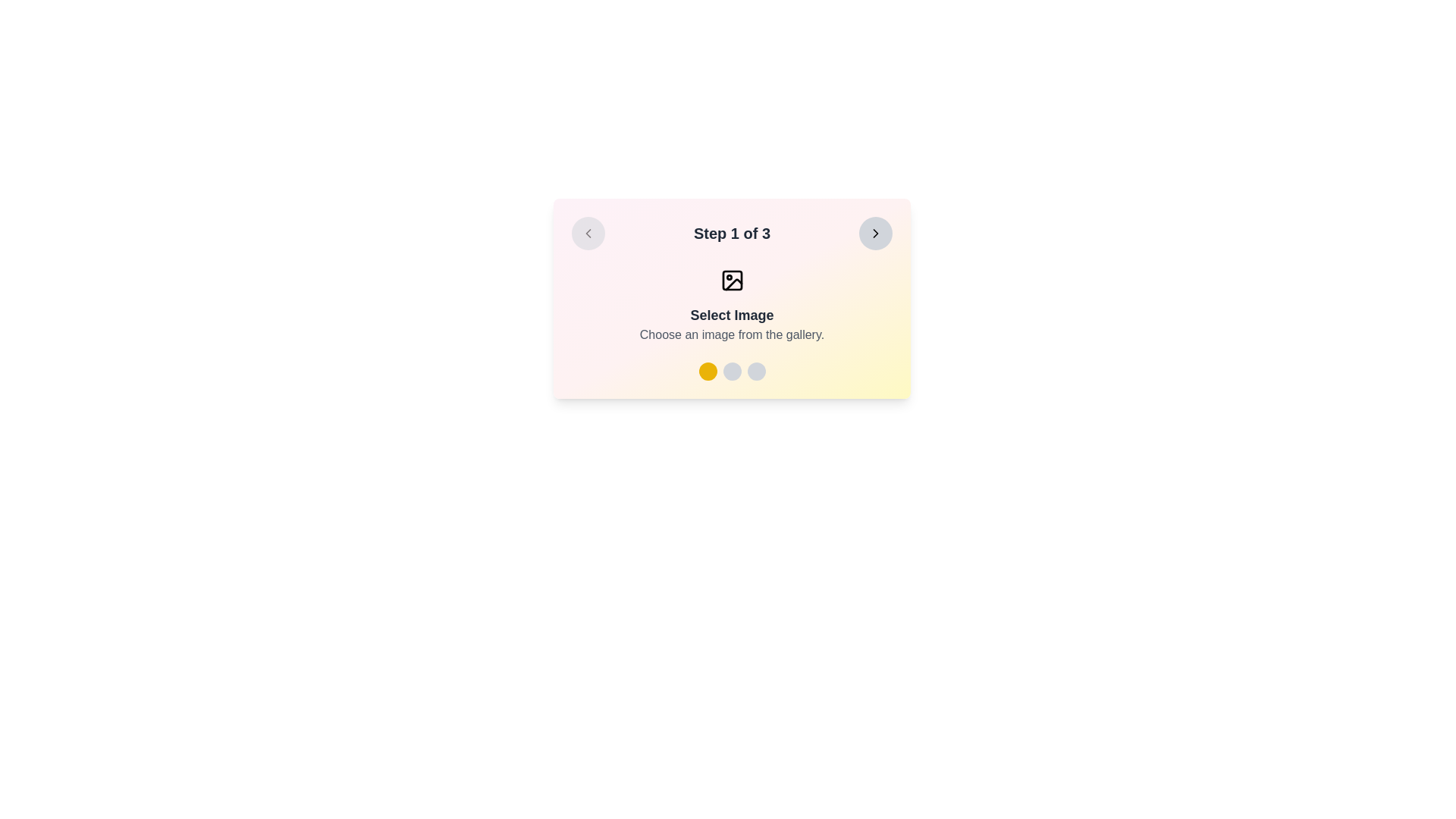 This screenshot has height=819, width=1456. What do you see at coordinates (732, 371) in the screenshot?
I see `the yellow circle in the step progress bar` at bounding box center [732, 371].